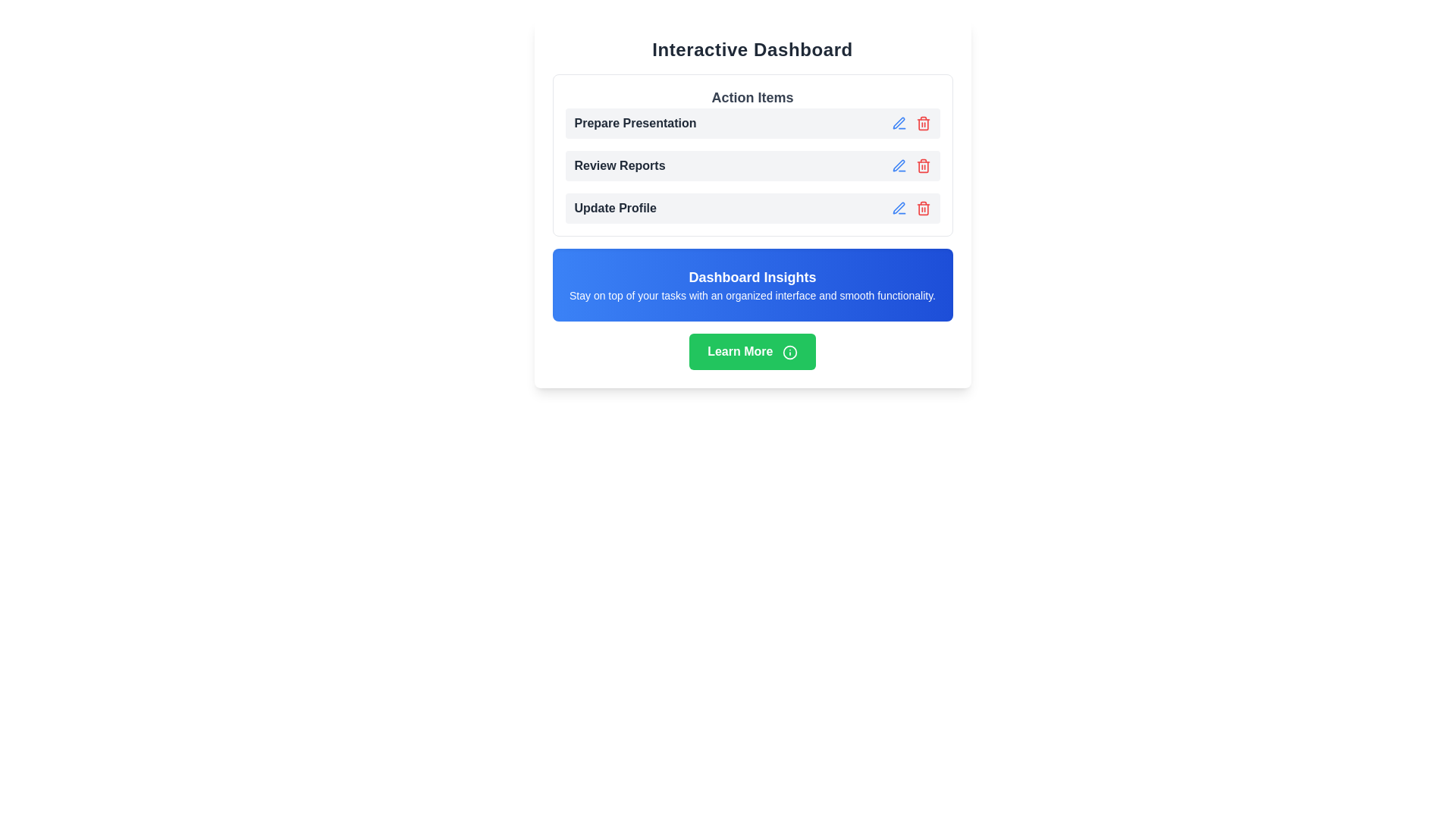 The image size is (1456, 819). What do you see at coordinates (752, 122) in the screenshot?
I see `the first list item labeled 'Prepare Presentation'` at bounding box center [752, 122].